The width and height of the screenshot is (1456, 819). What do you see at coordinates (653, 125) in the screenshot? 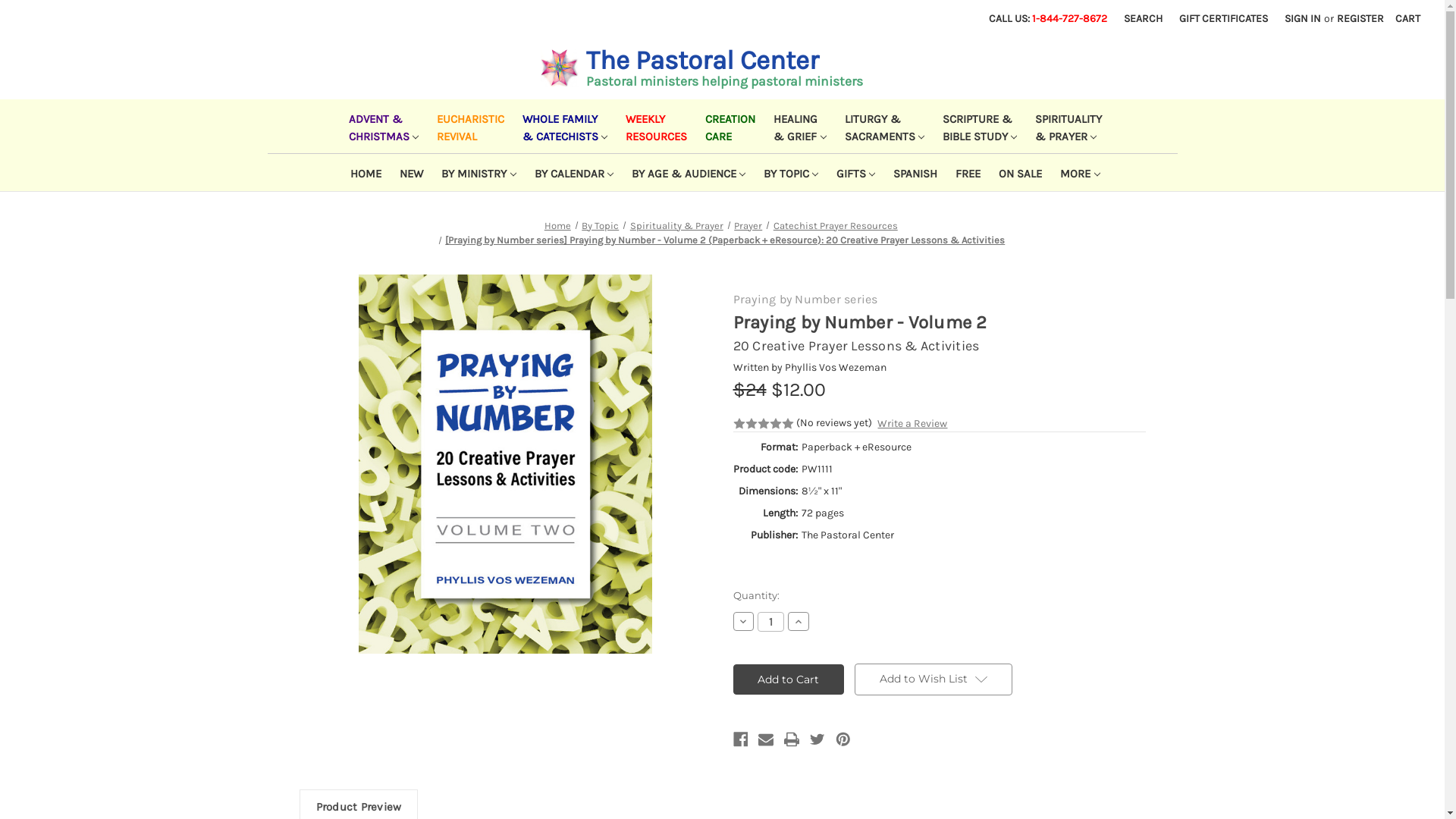
I see `'WEEKLY` at bounding box center [653, 125].